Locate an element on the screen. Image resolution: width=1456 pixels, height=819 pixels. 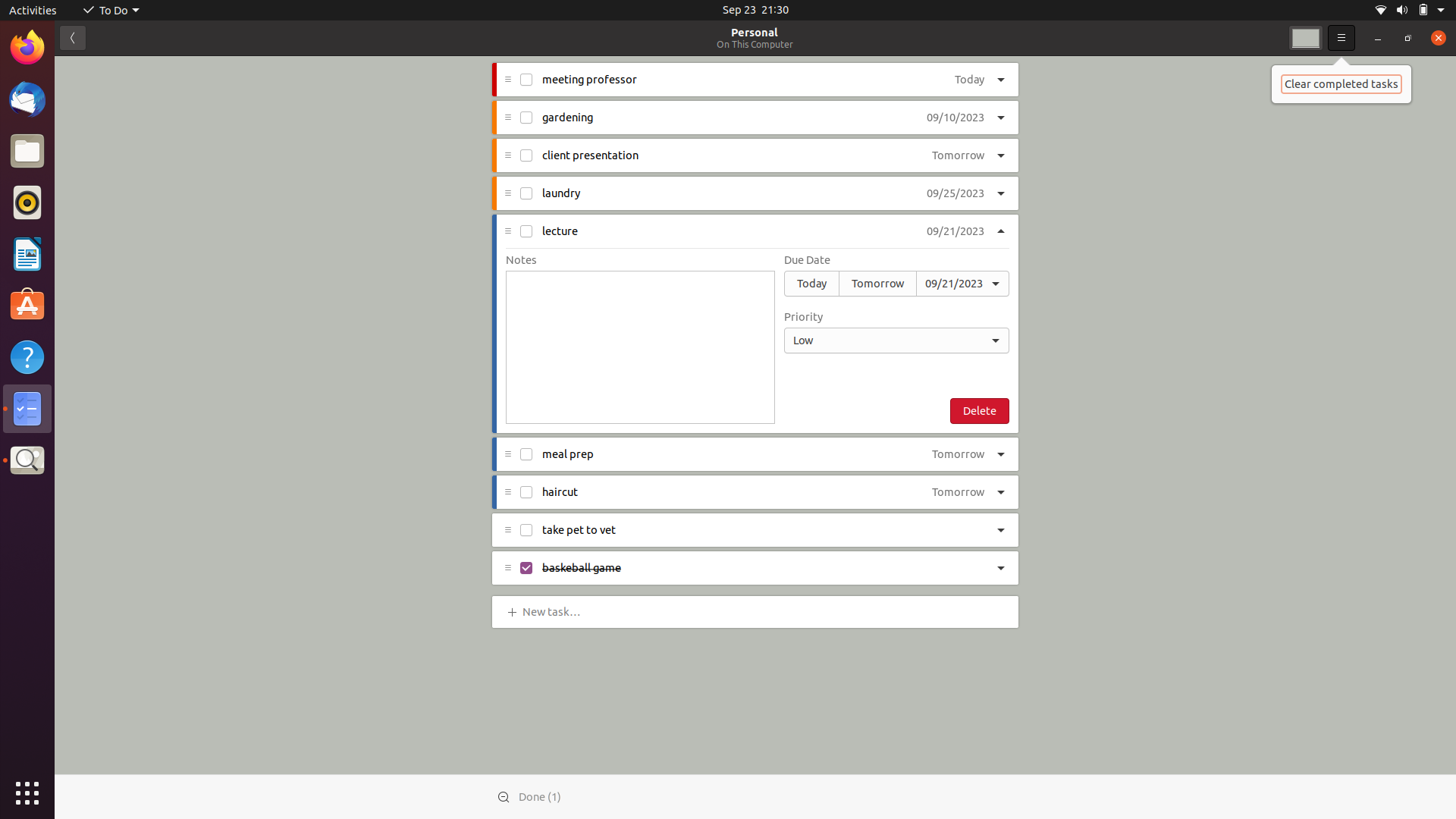
Mark "laundry" task as completed is located at coordinates (527, 192).